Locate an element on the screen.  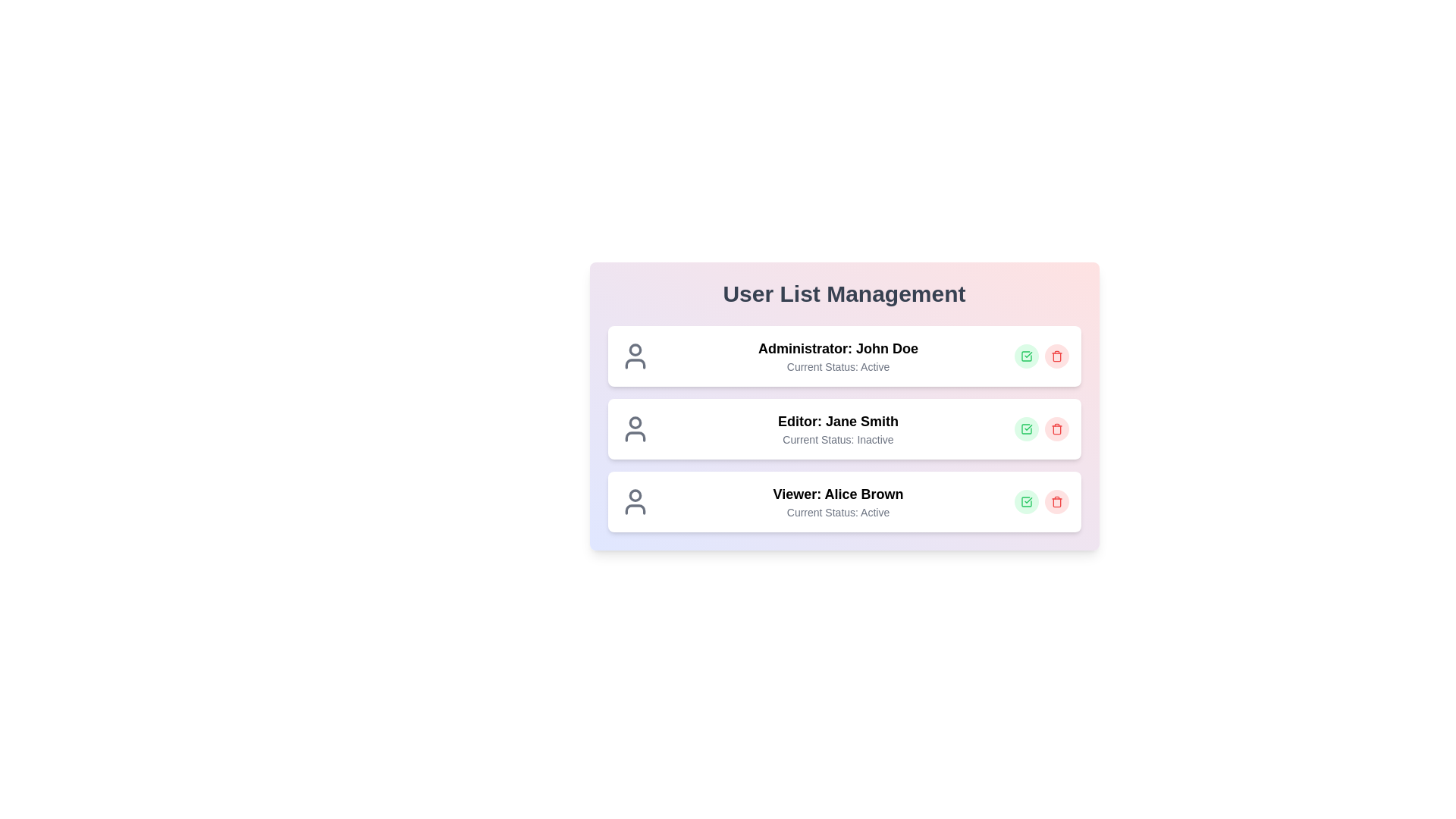
the red trash can icon delete button for the user entry 'Administrator: John Doe' to potentially see a tooltip is located at coordinates (1056, 356).